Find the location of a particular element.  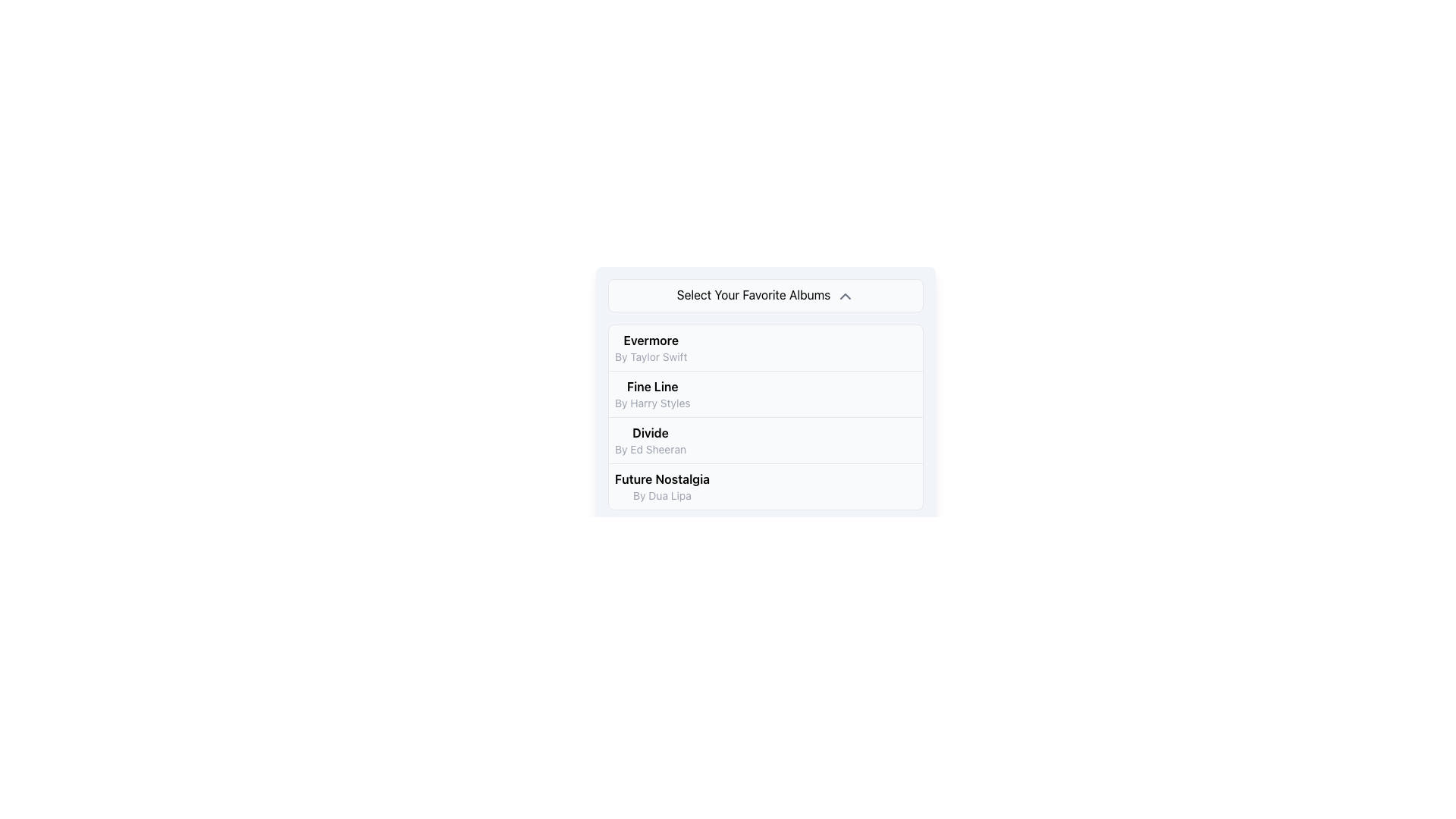

the text label displaying 'By Taylor Swift', which is a smaller and lighter font located immediately below 'Evermore' in the album list is located at coordinates (651, 356).